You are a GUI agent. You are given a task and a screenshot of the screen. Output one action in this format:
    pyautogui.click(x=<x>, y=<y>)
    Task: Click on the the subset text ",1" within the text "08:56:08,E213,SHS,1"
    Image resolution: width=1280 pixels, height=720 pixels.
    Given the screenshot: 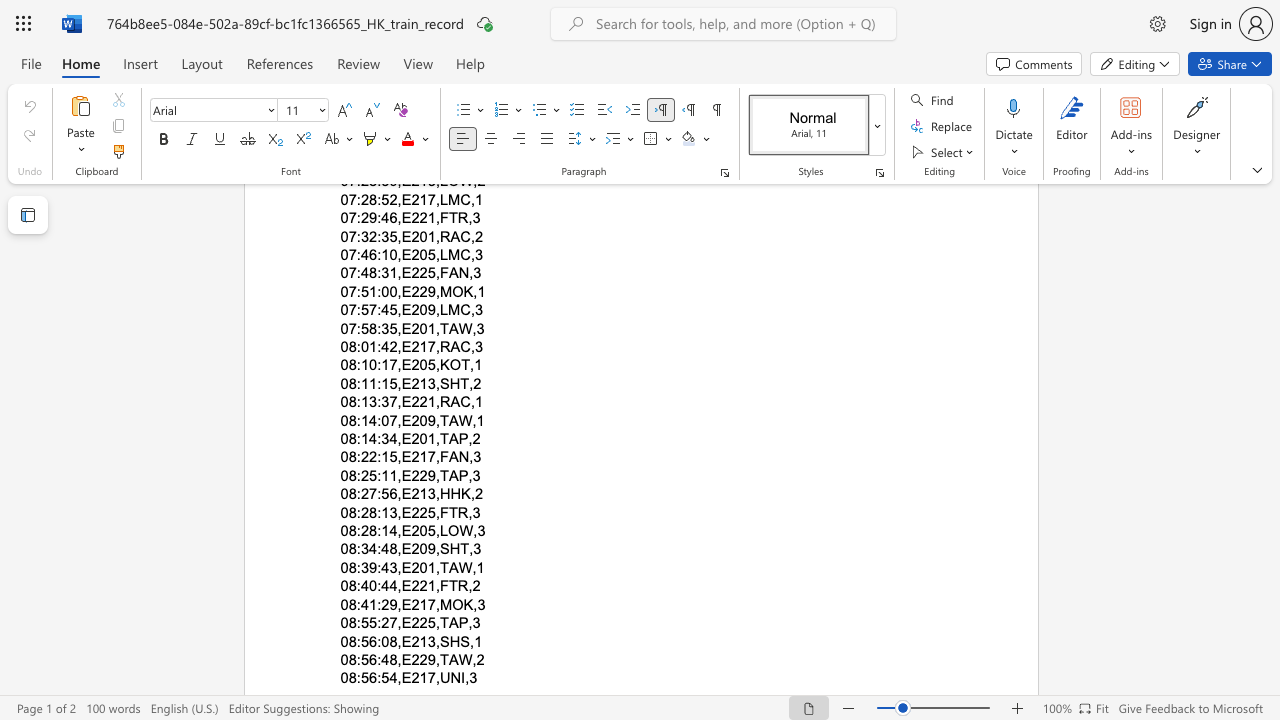 What is the action you would take?
    pyautogui.click(x=469, y=641)
    